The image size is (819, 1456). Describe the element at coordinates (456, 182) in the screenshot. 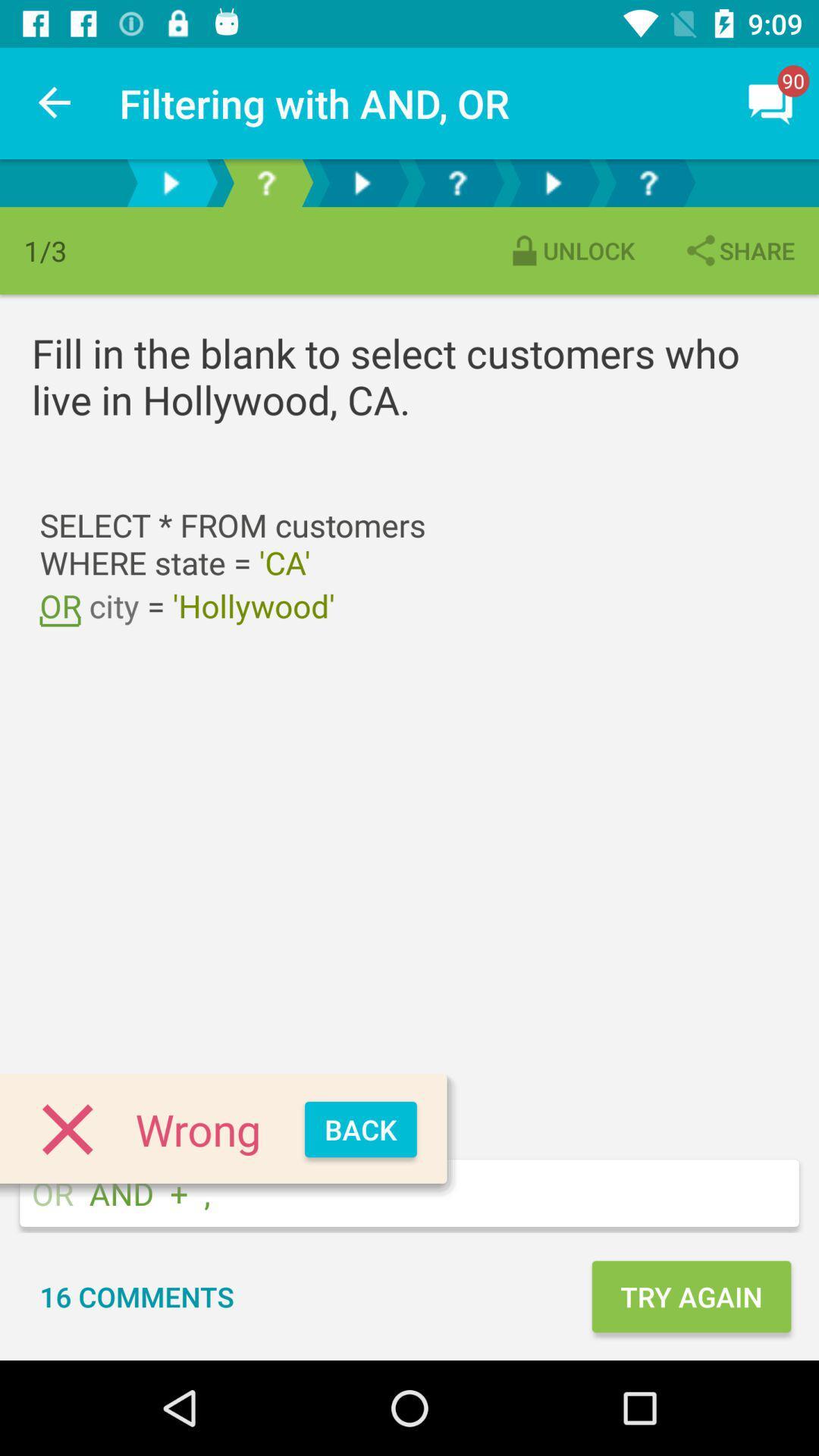

I see `question tab` at that location.